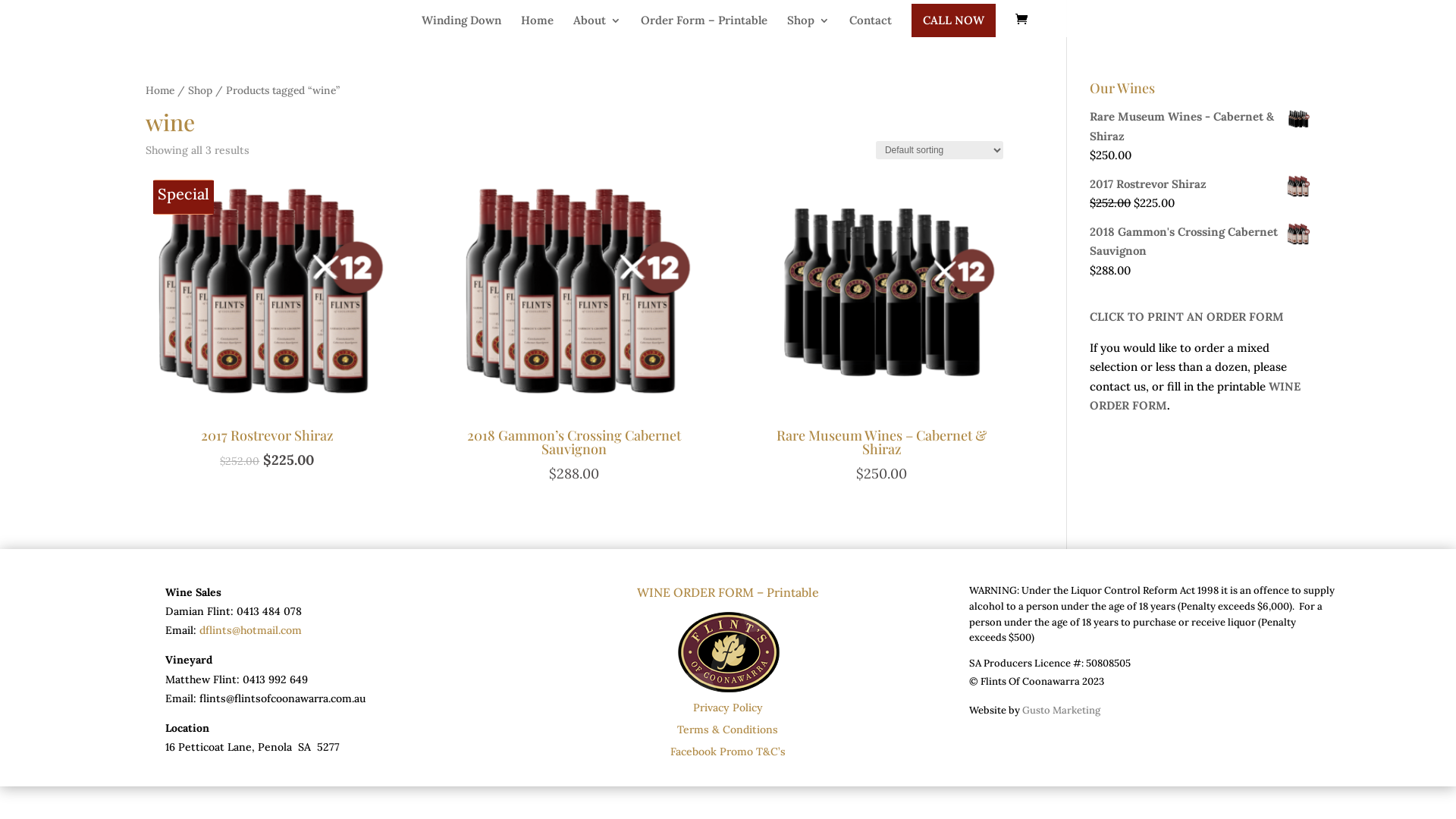 The width and height of the screenshot is (1456, 819). Describe the element at coordinates (726, 728) in the screenshot. I see `'Terms & Conditions'` at that location.